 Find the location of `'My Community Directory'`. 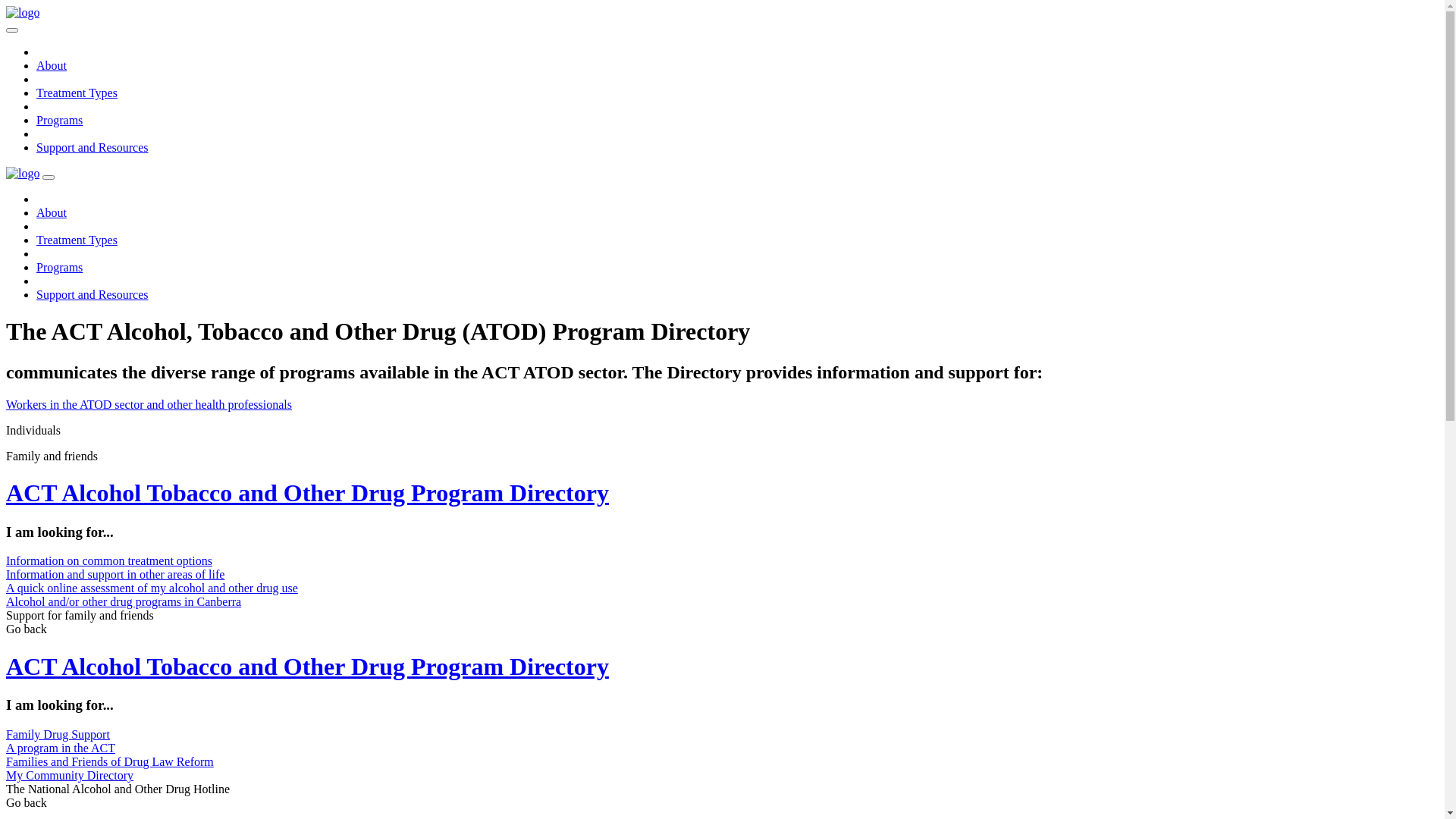

'My Community Directory' is located at coordinates (68, 775).